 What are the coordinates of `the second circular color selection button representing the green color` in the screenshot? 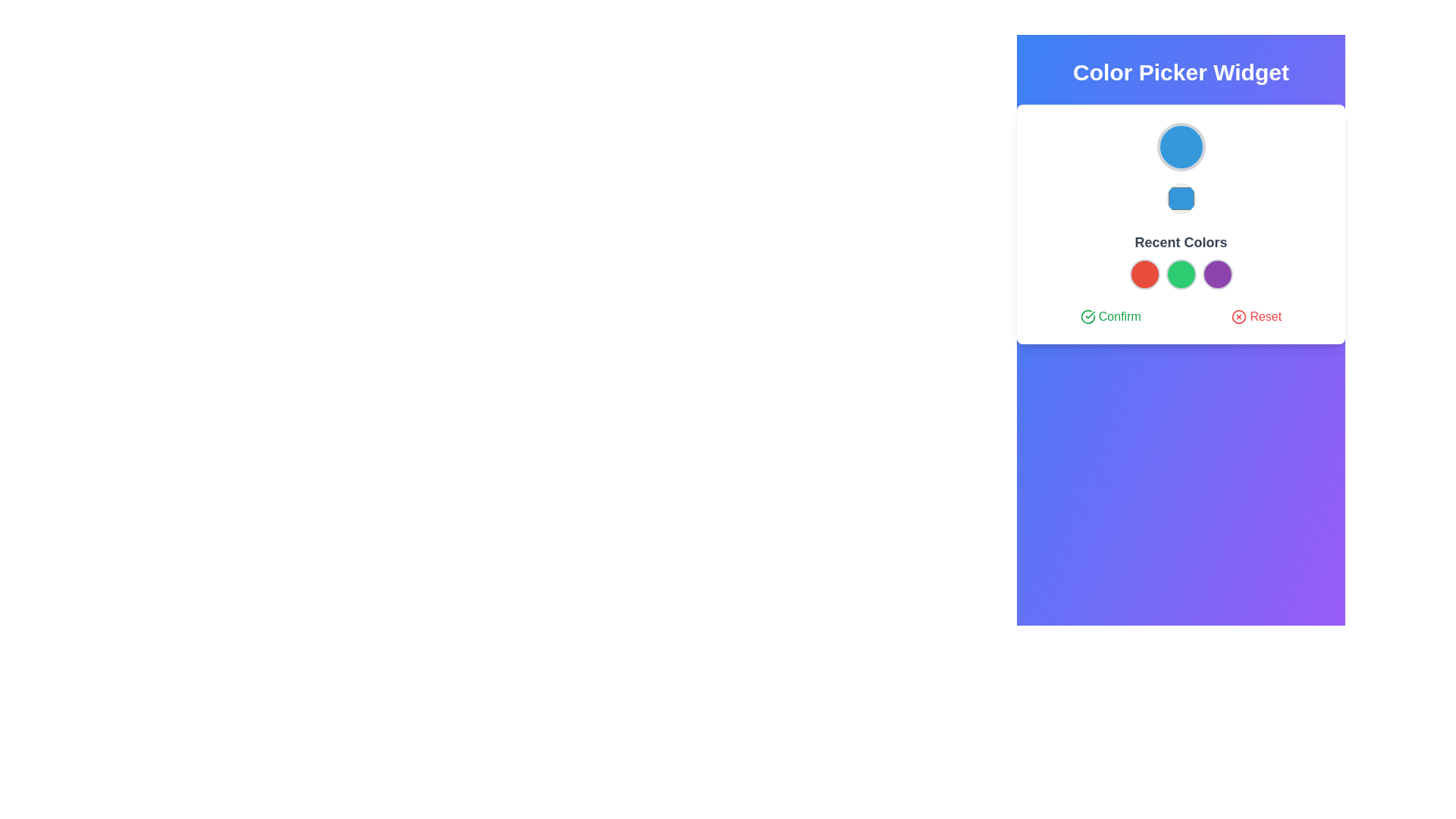 It's located at (1180, 275).